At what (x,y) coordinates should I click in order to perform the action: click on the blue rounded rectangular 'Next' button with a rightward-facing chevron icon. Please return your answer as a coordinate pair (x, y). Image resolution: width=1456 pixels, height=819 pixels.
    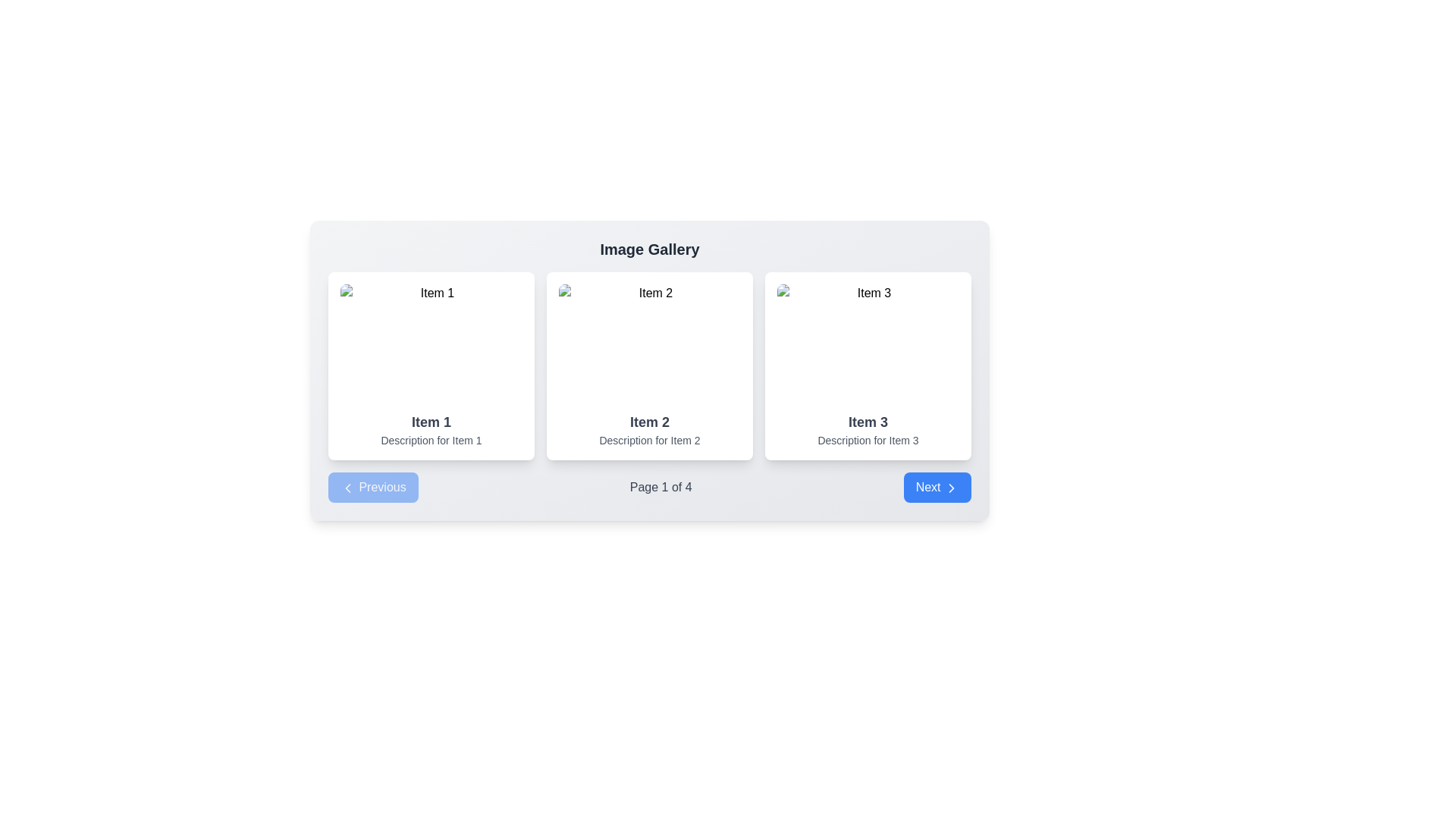
    Looking at the image, I should click on (937, 488).